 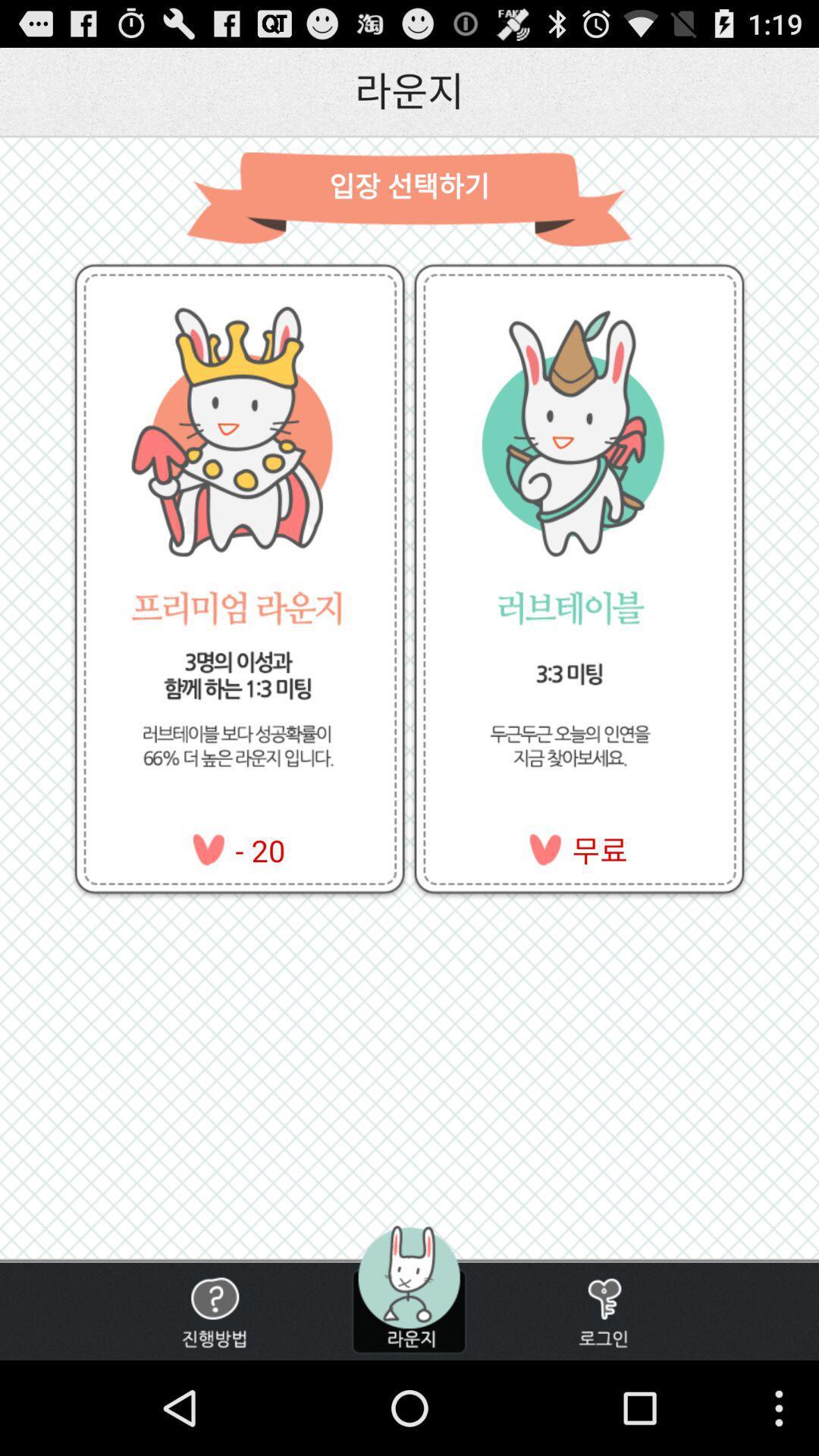 I want to click on menu icon, so click(x=408, y=1288).